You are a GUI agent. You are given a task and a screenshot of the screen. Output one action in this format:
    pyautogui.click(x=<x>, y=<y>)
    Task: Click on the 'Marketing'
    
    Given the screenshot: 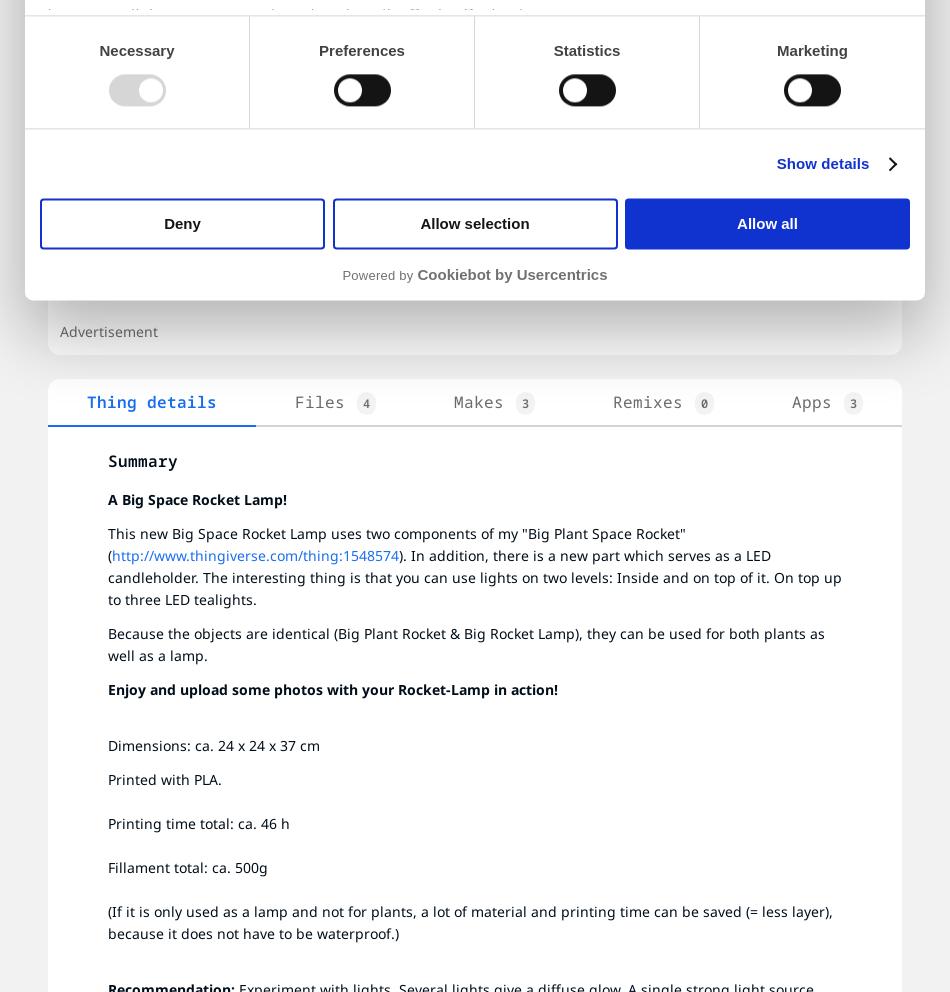 What is the action you would take?
    pyautogui.click(x=810, y=49)
    